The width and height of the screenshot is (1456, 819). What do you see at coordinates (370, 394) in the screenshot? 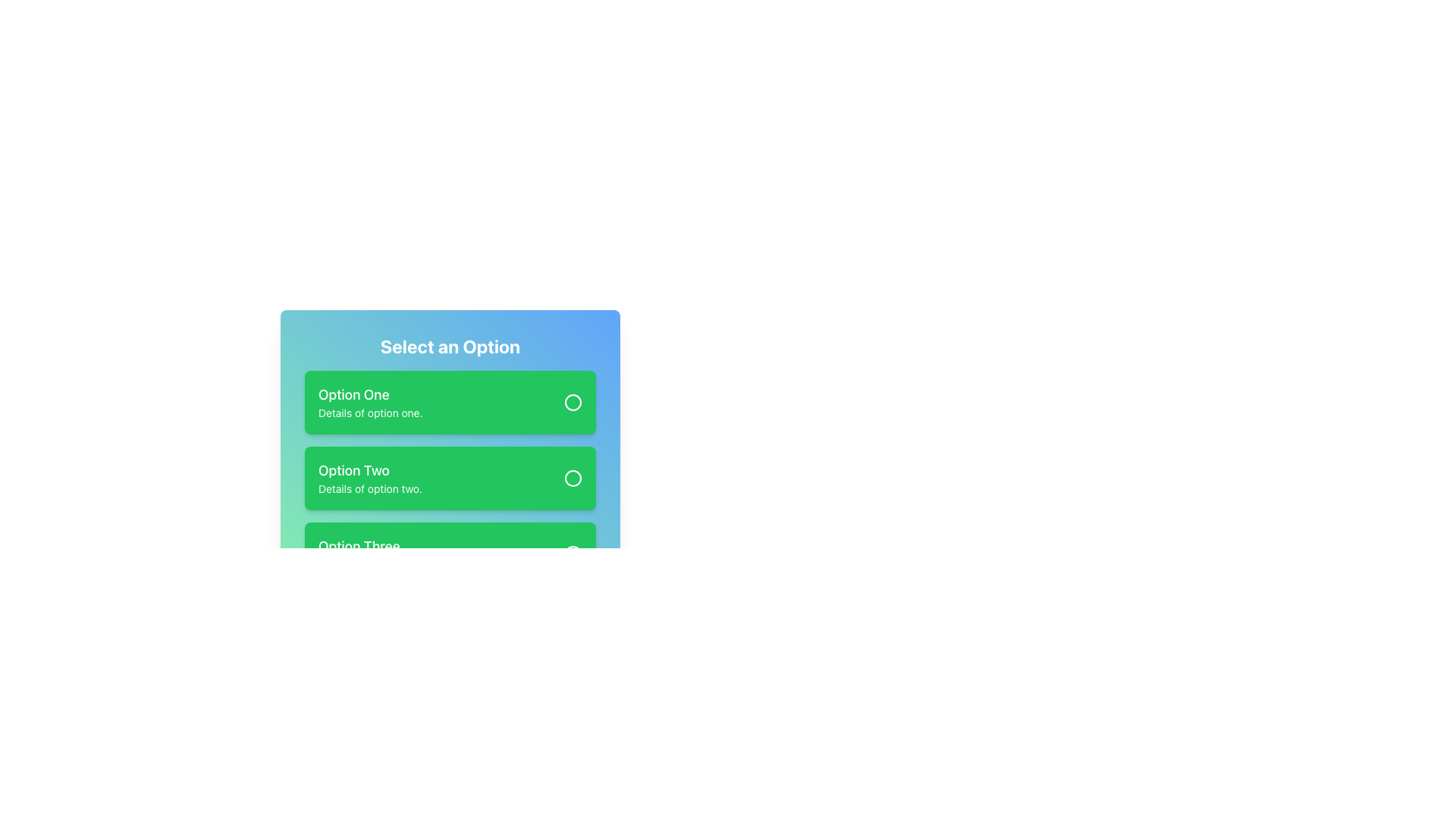
I see `the text label displaying 'Option One' which is prominently styled in bold white font against a green background` at bounding box center [370, 394].